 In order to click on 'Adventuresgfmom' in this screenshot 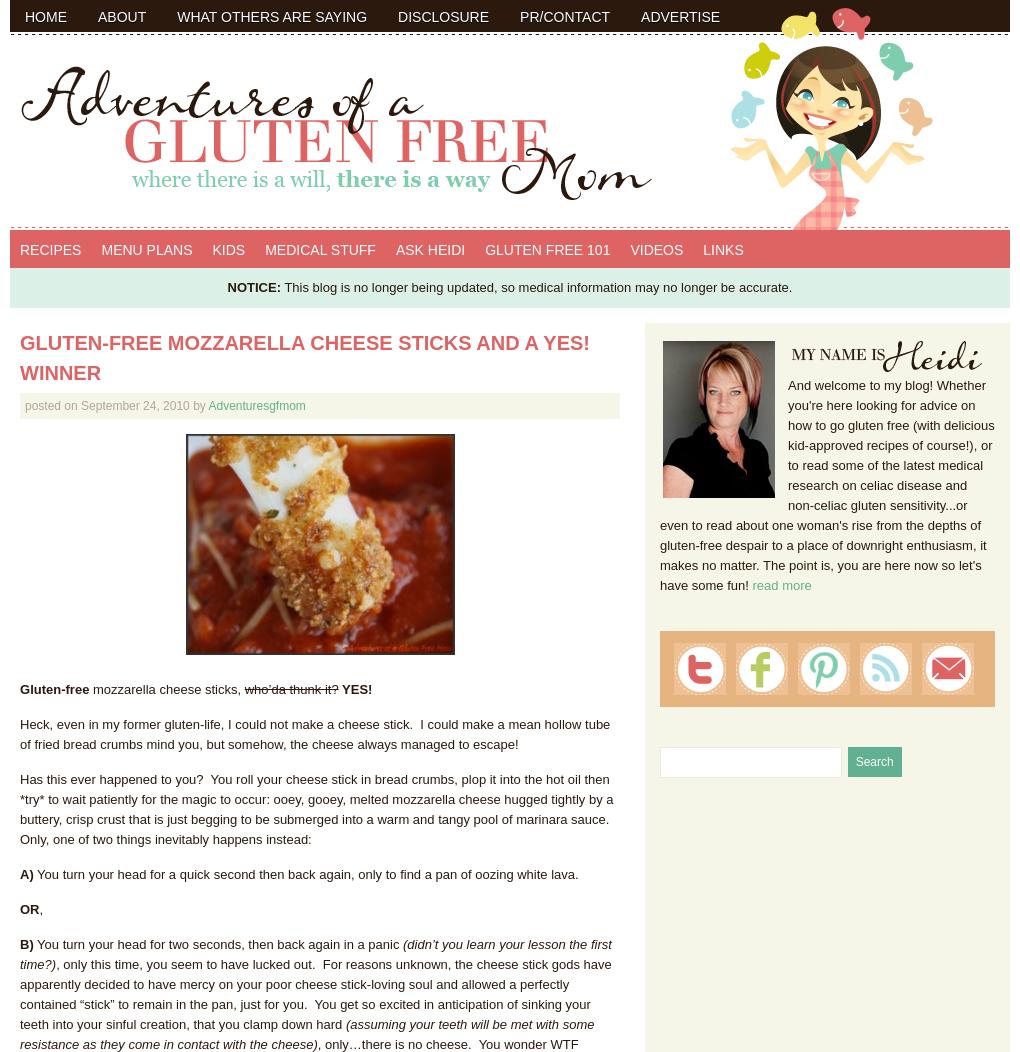, I will do `click(255, 404)`.